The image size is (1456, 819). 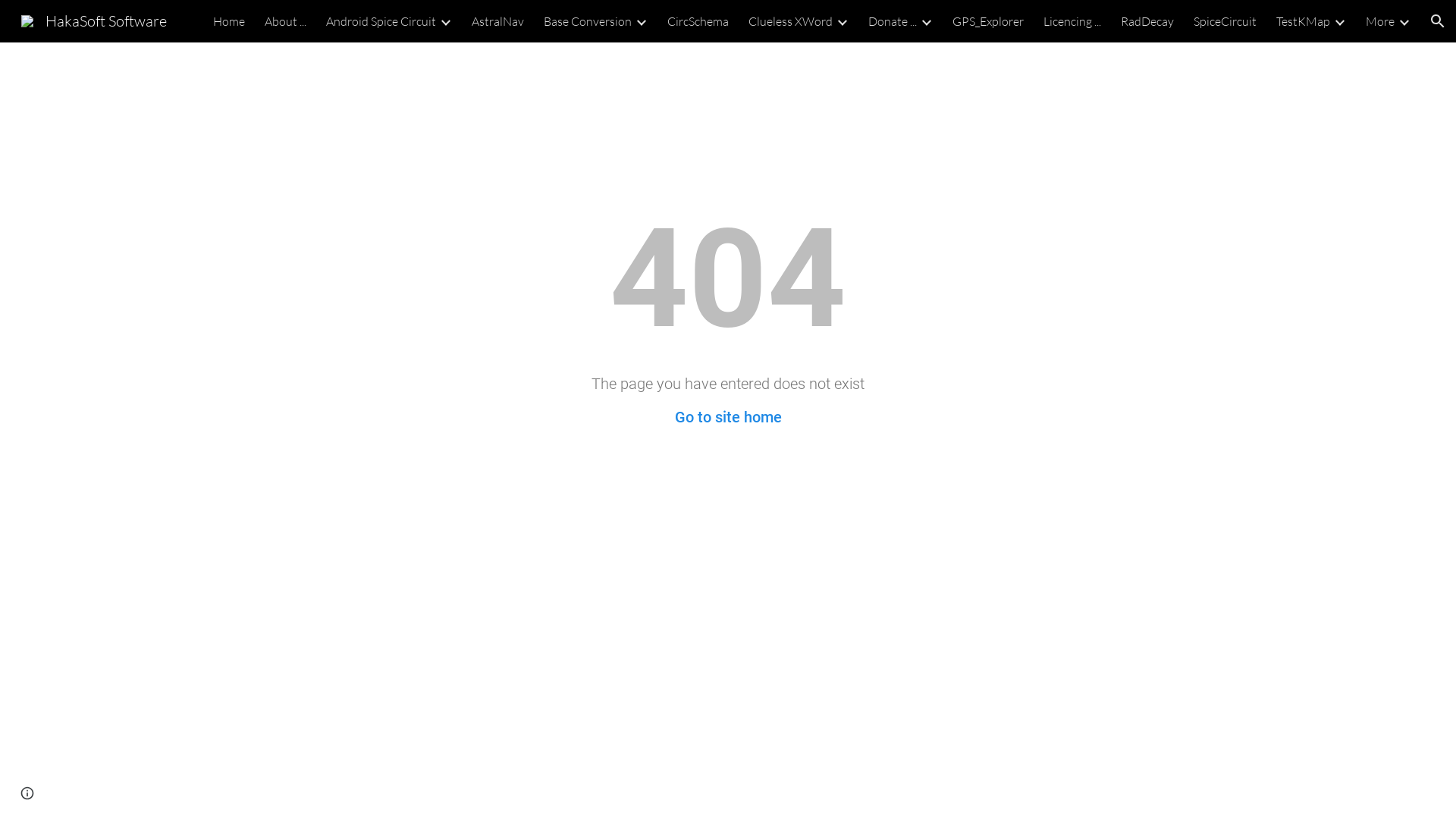 I want to click on 'Base Conversion', so click(x=586, y=20).